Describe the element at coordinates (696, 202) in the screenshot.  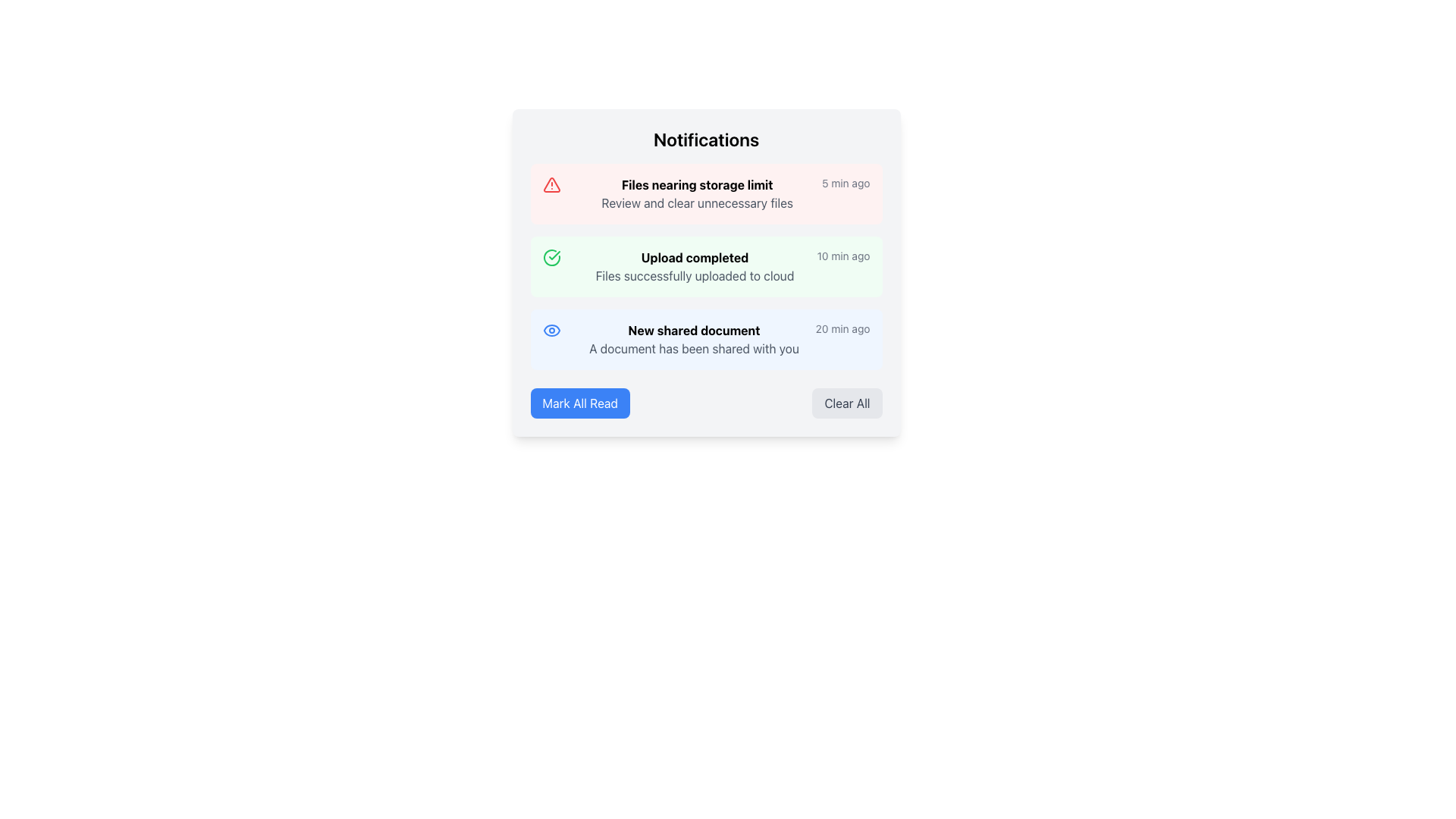
I see `the text label providing additional information about files nearing their storage limit, located directly below the title in the topmost notification card` at that location.